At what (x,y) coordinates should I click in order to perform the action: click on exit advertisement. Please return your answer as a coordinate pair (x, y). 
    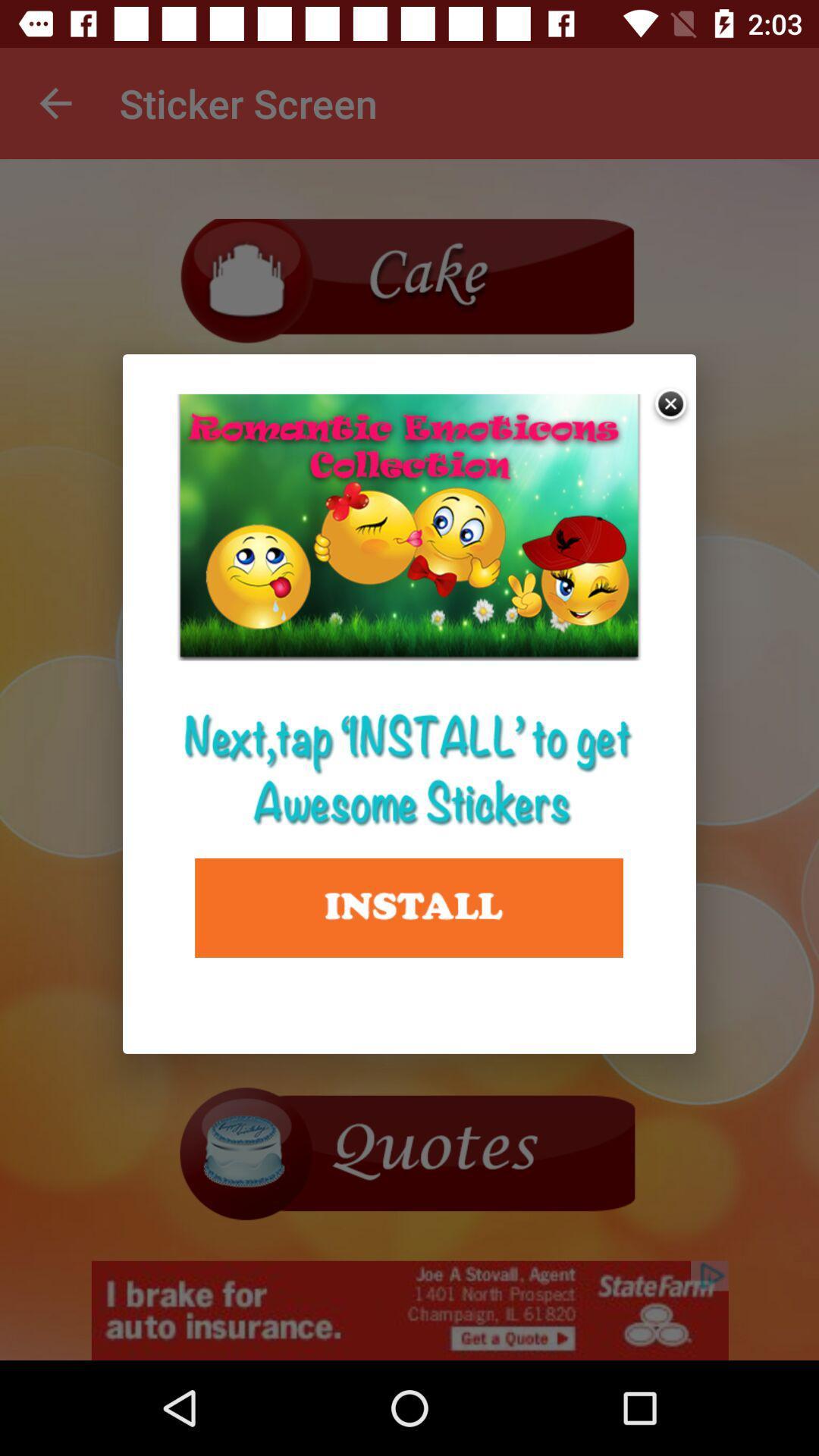
    Looking at the image, I should click on (671, 406).